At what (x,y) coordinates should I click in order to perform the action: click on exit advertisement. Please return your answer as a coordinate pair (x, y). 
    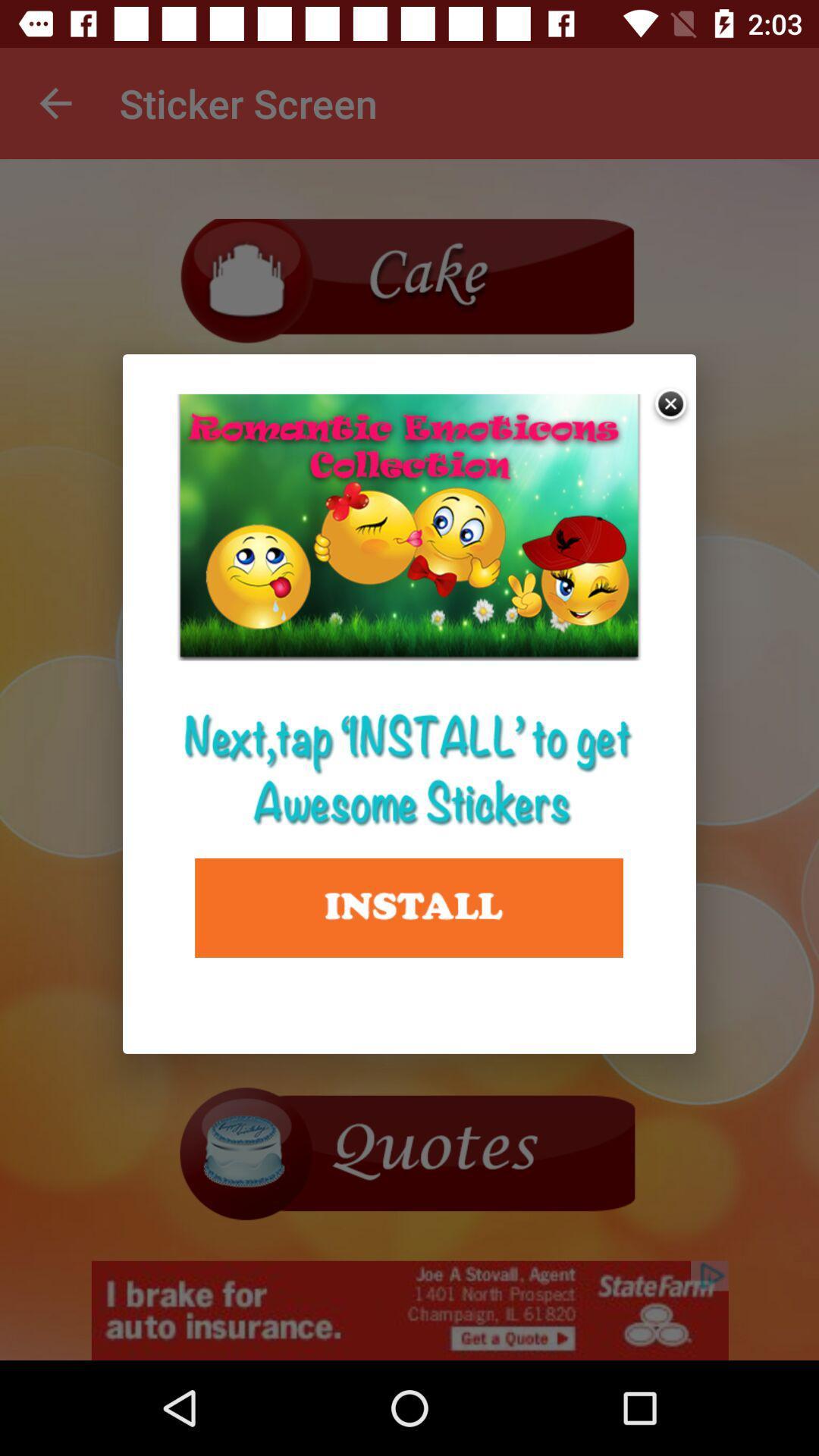
    Looking at the image, I should click on (671, 406).